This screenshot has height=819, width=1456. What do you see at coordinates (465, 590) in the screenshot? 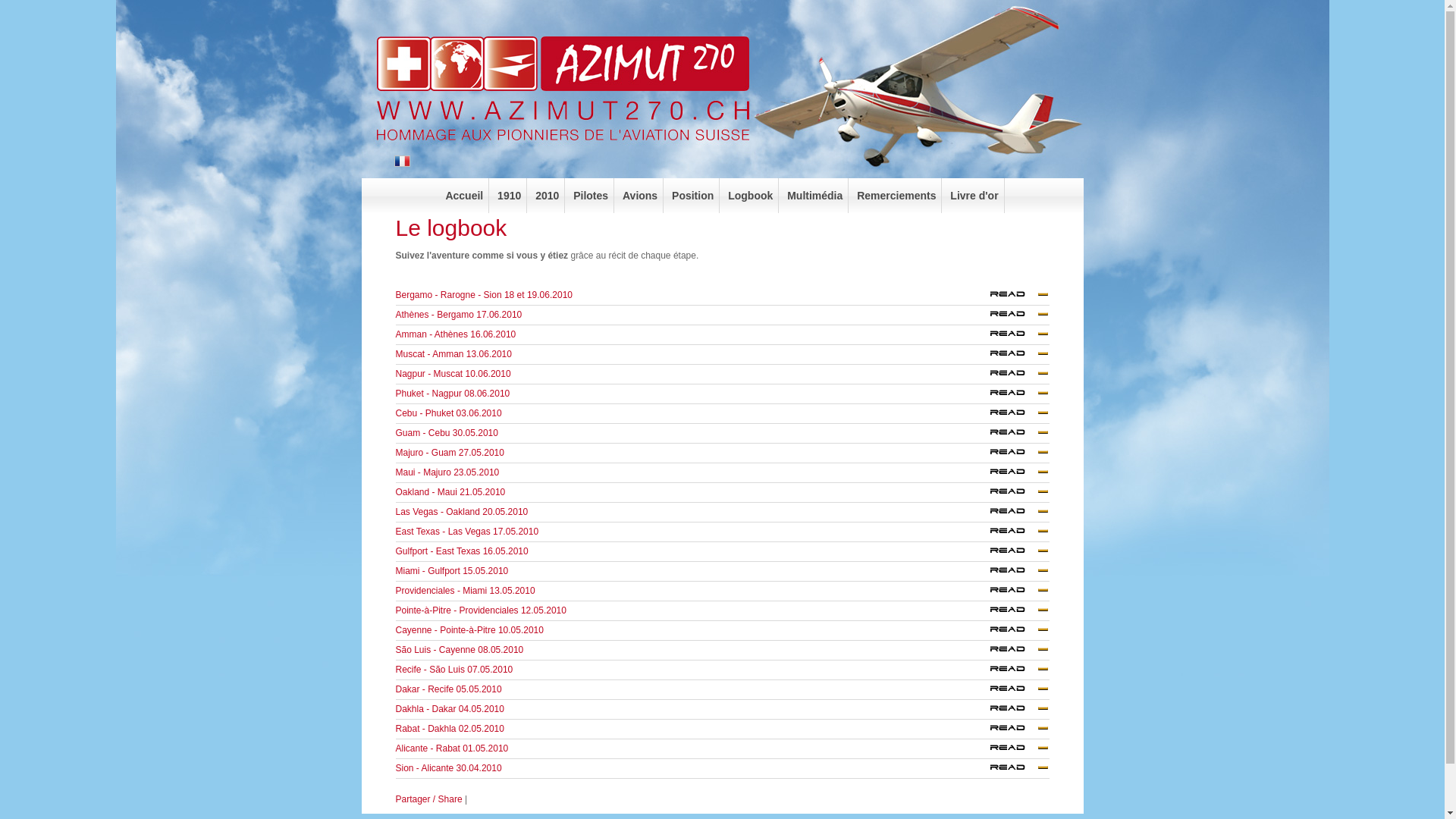
I see `'Providenciales - Miami 13.05.2010'` at bounding box center [465, 590].